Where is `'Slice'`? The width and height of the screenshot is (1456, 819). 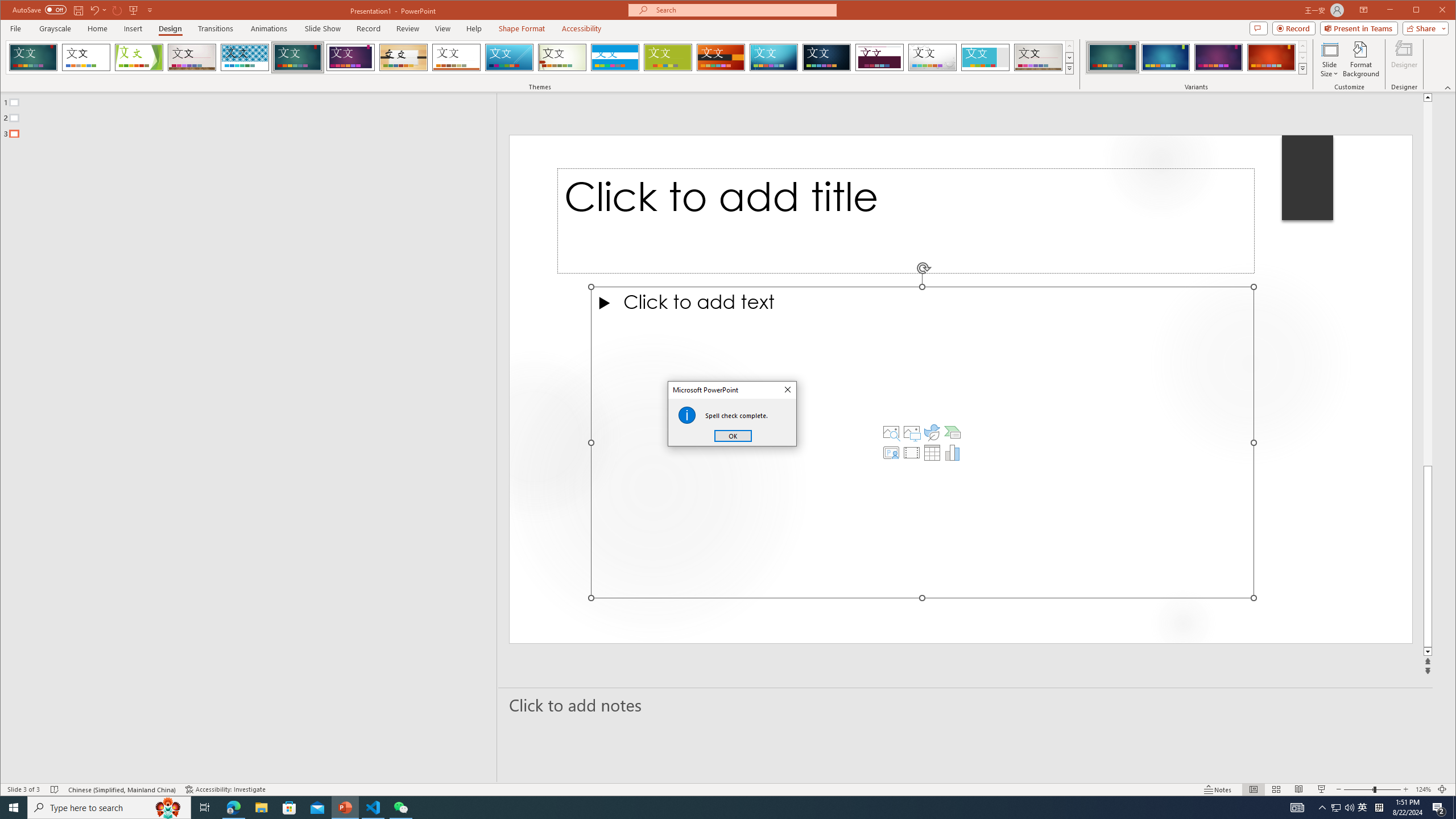
'Slice' is located at coordinates (510, 57).